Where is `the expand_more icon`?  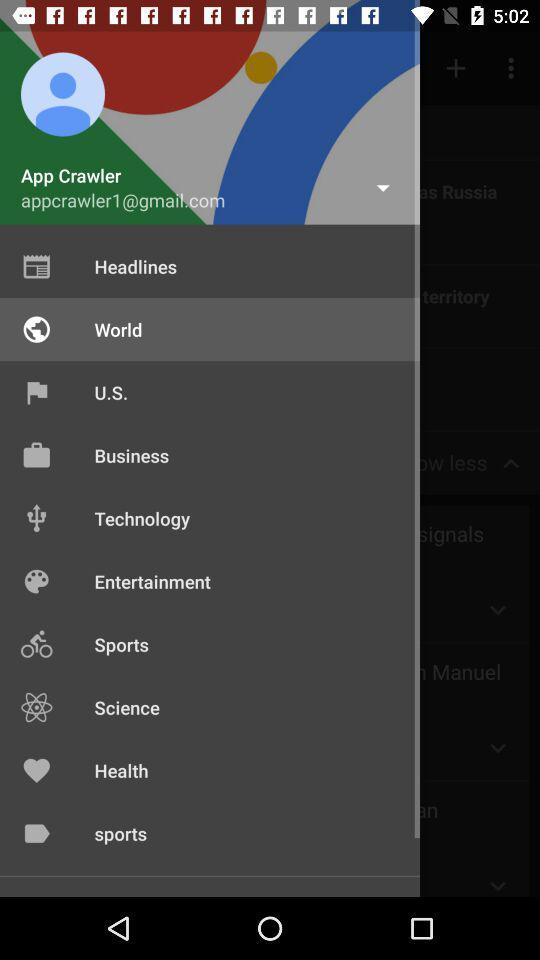 the expand_more icon is located at coordinates (496, 747).